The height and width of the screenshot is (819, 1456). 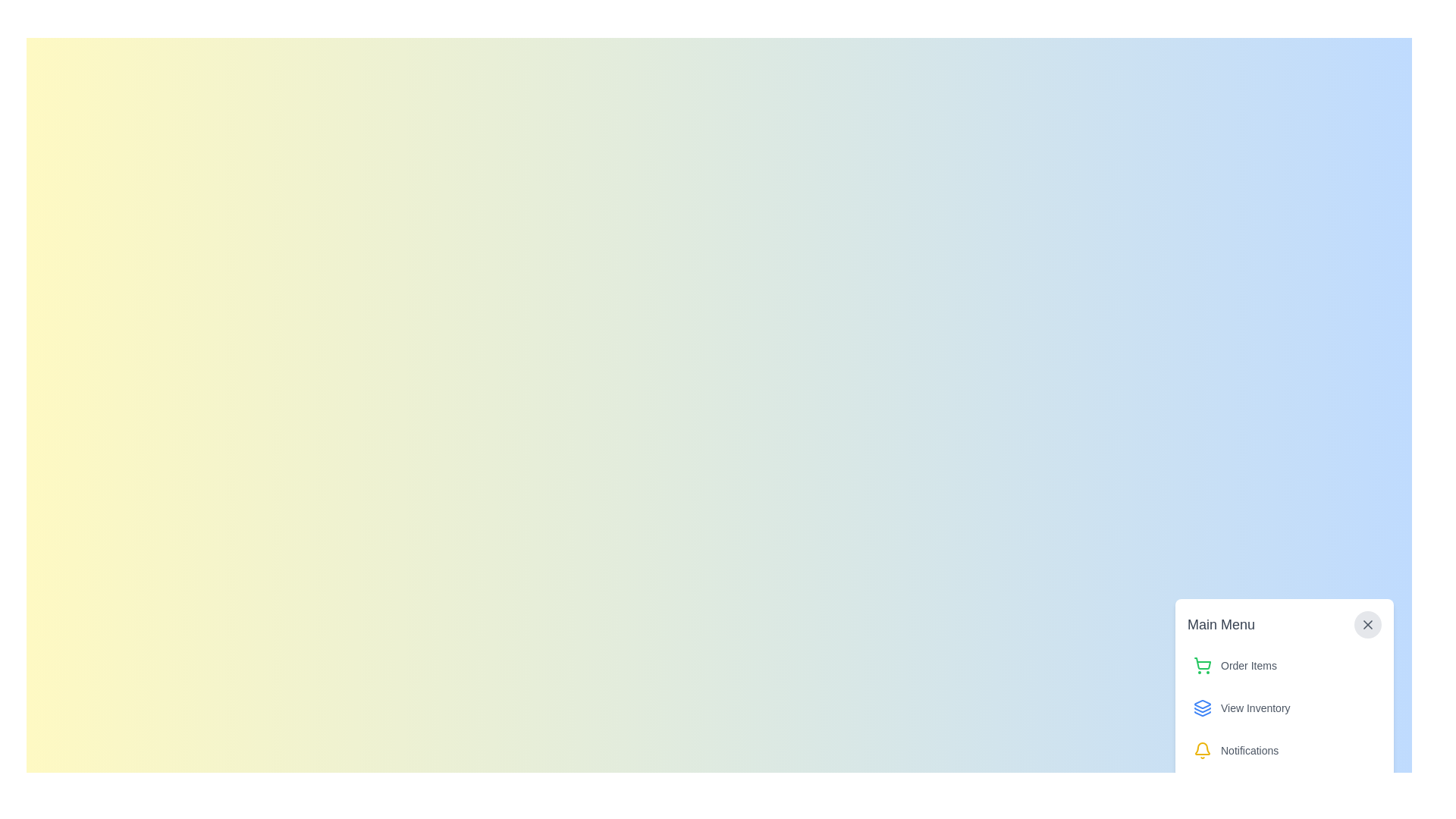 What do you see at coordinates (1248, 665) in the screenshot?
I see `text of the 'Order Items' label, which is a smaller, medium-weight font in muted gray color, located to the right of the green shopping cart icon in the 'Main Menu' pop-up` at bounding box center [1248, 665].